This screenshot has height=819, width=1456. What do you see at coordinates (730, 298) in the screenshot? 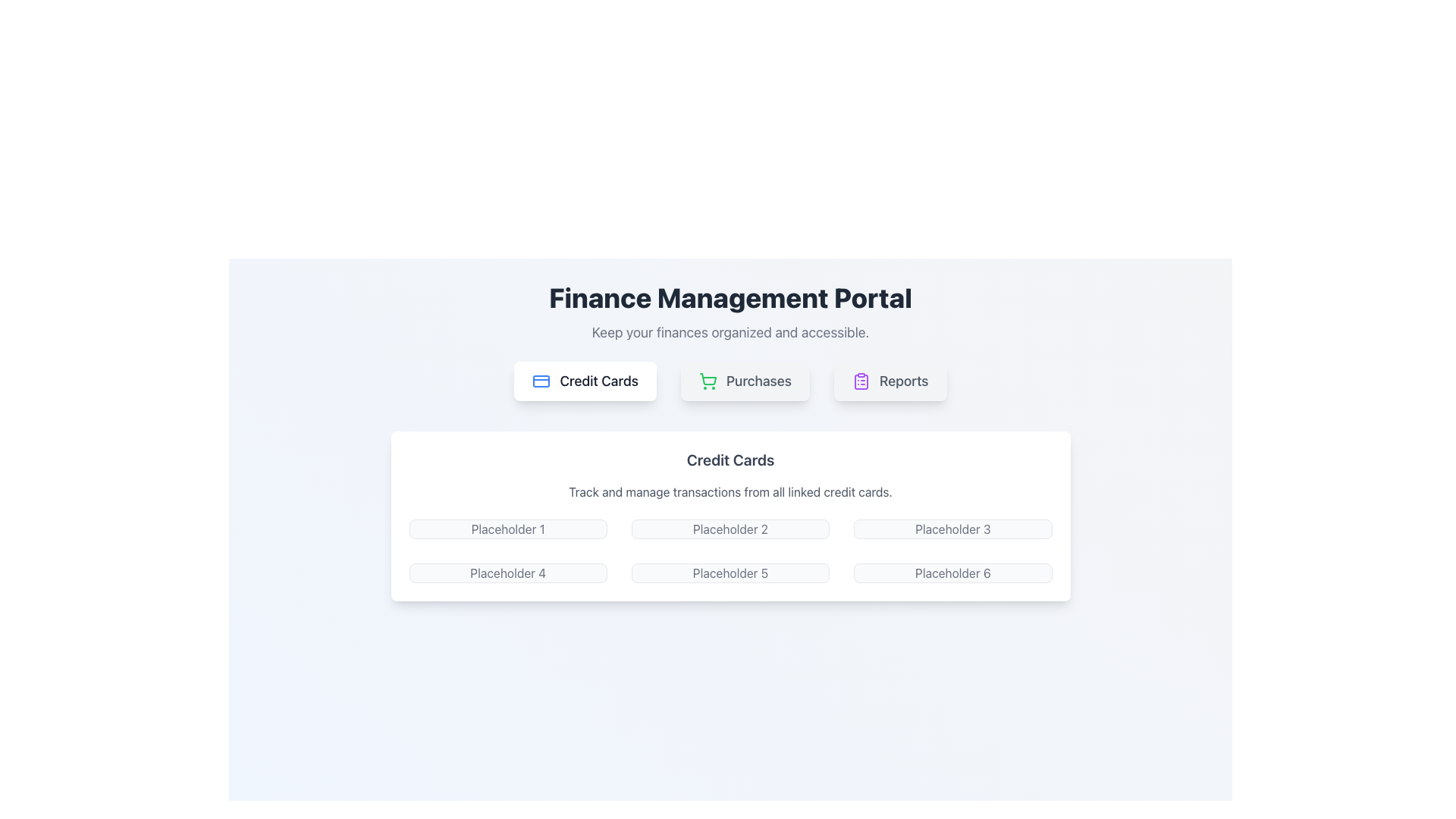
I see `the main heading at the top center of the webpage, which serves as the title and provides an immediate understanding of the content` at bounding box center [730, 298].